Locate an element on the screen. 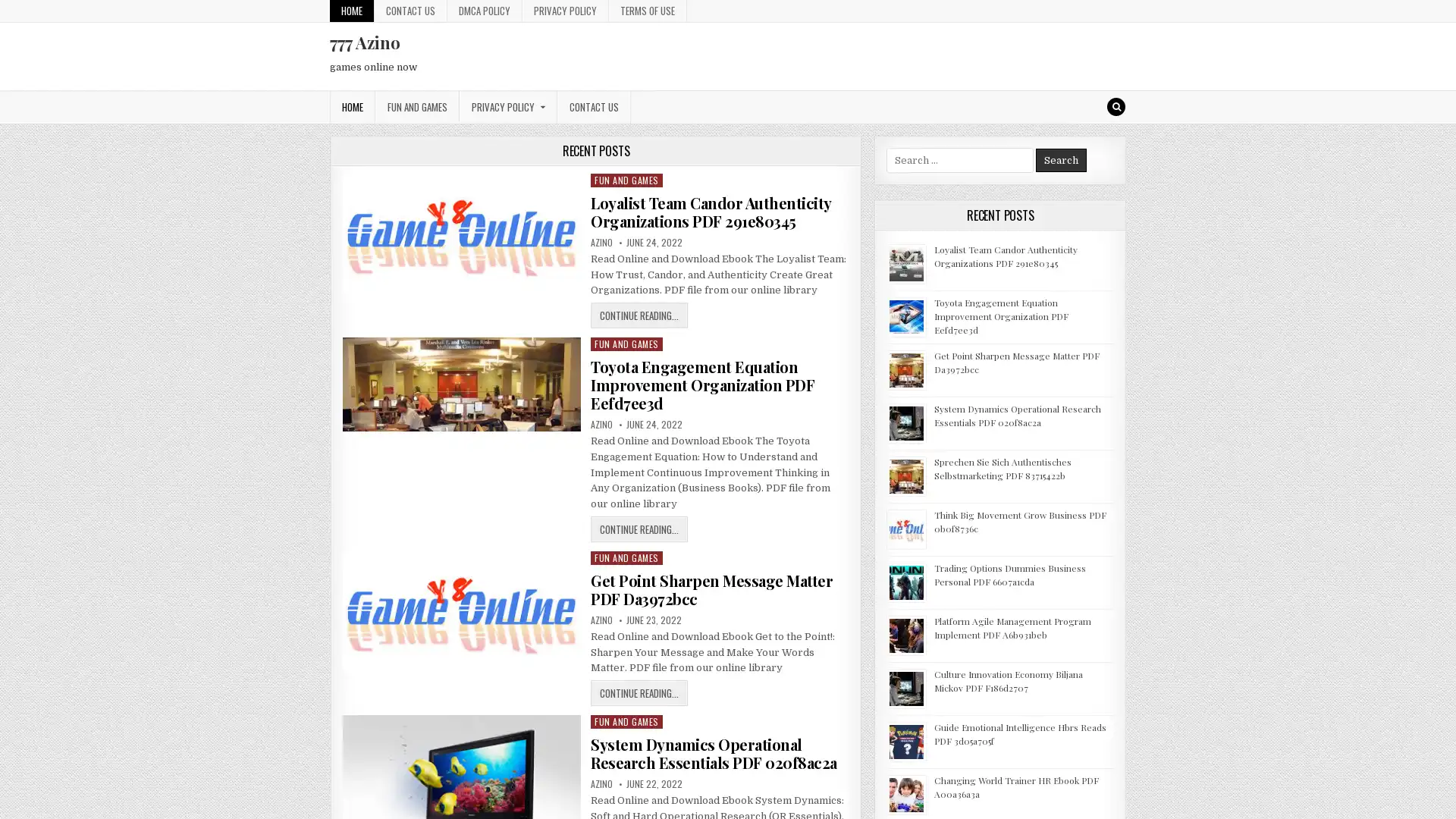 This screenshot has width=1456, height=819. Search is located at coordinates (1060, 160).